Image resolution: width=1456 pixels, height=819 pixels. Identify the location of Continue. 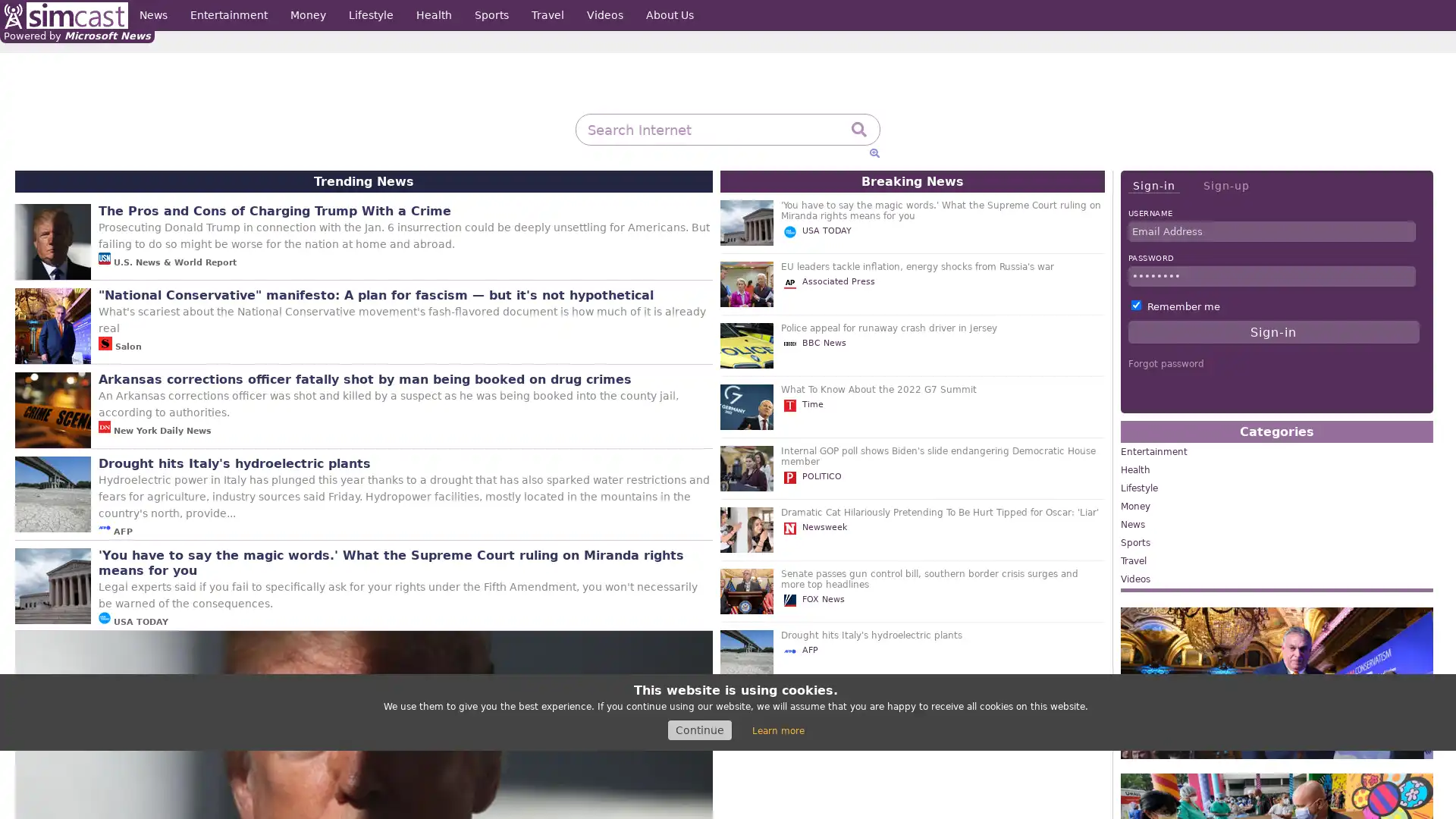
(698, 730).